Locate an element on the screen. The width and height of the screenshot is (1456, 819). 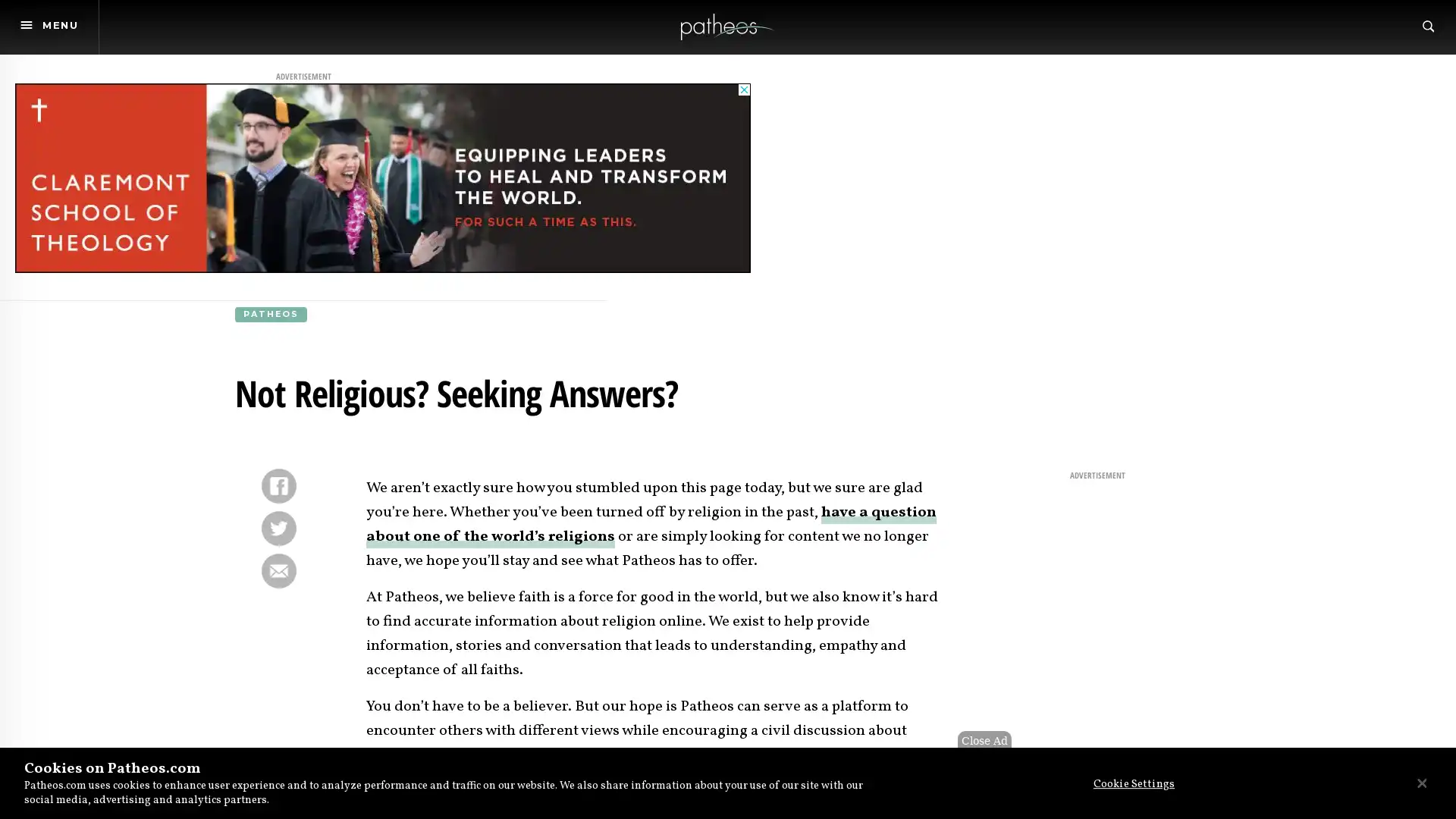
Close Banner is located at coordinates (1420, 783).